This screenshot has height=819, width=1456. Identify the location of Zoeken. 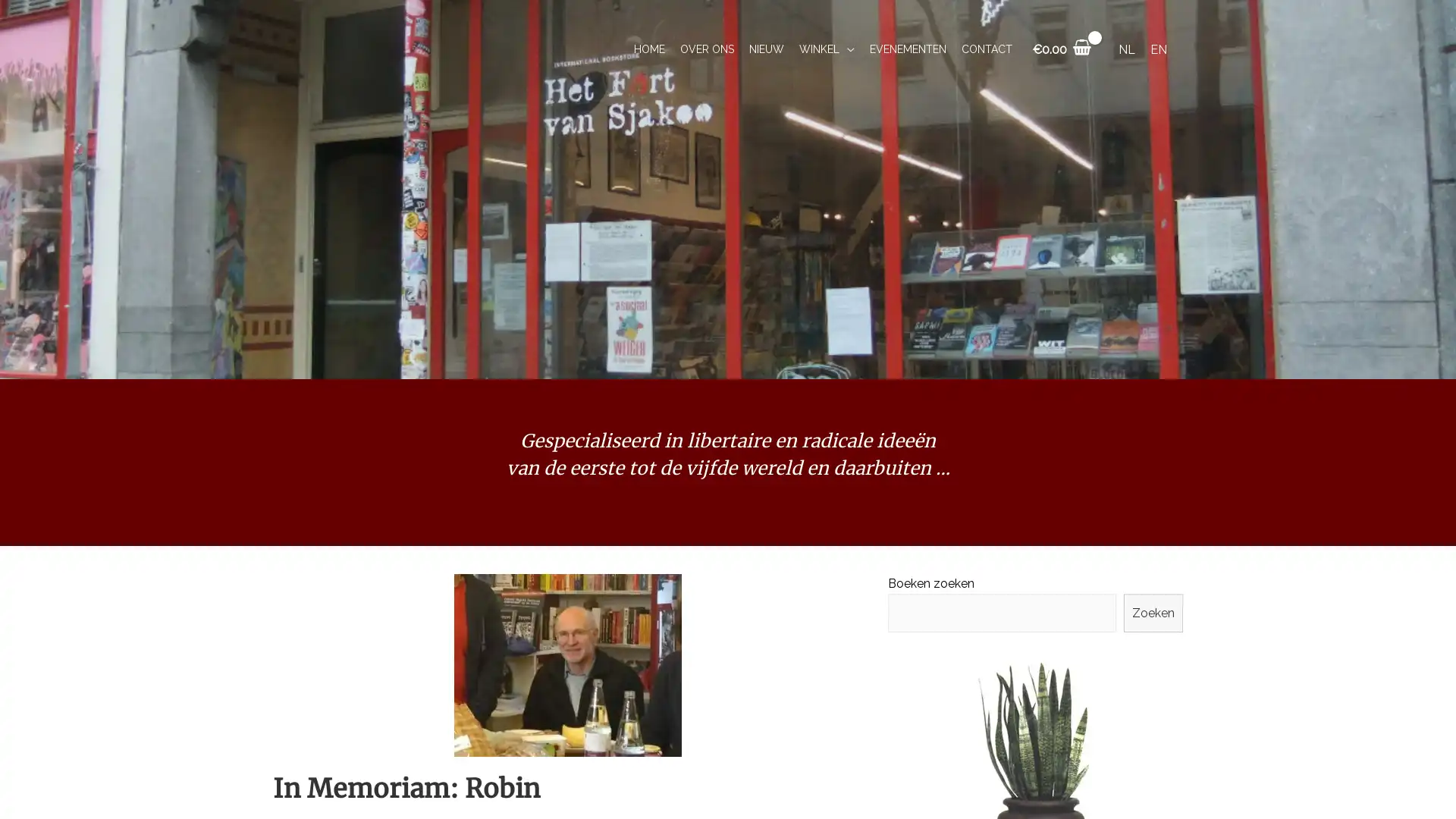
(1153, 611).